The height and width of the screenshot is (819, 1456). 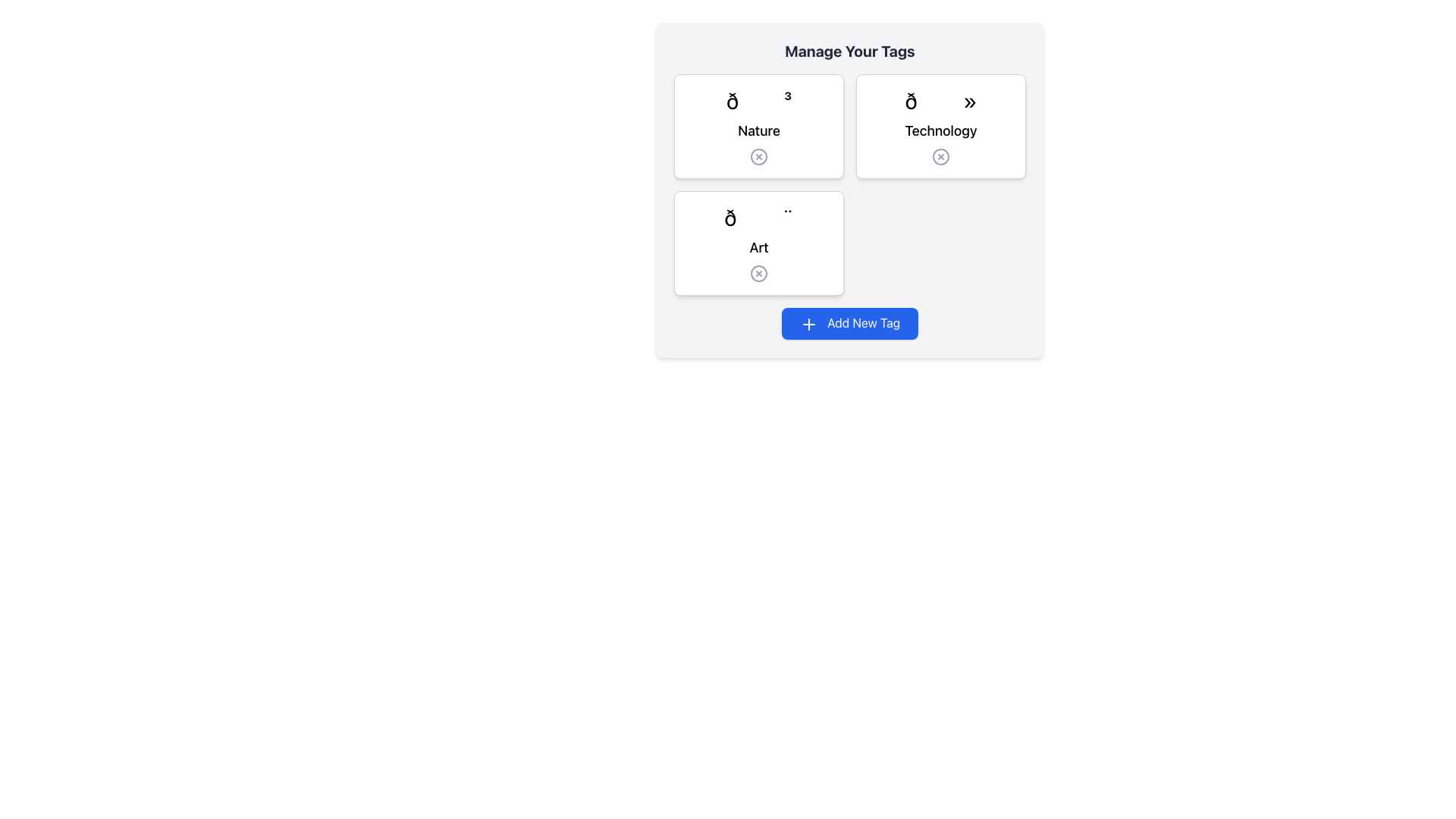 I want to click on the circular gray icon button with a cross inside, located at the bottom-center of the 'Technology' card, so click(x=940, y=157).